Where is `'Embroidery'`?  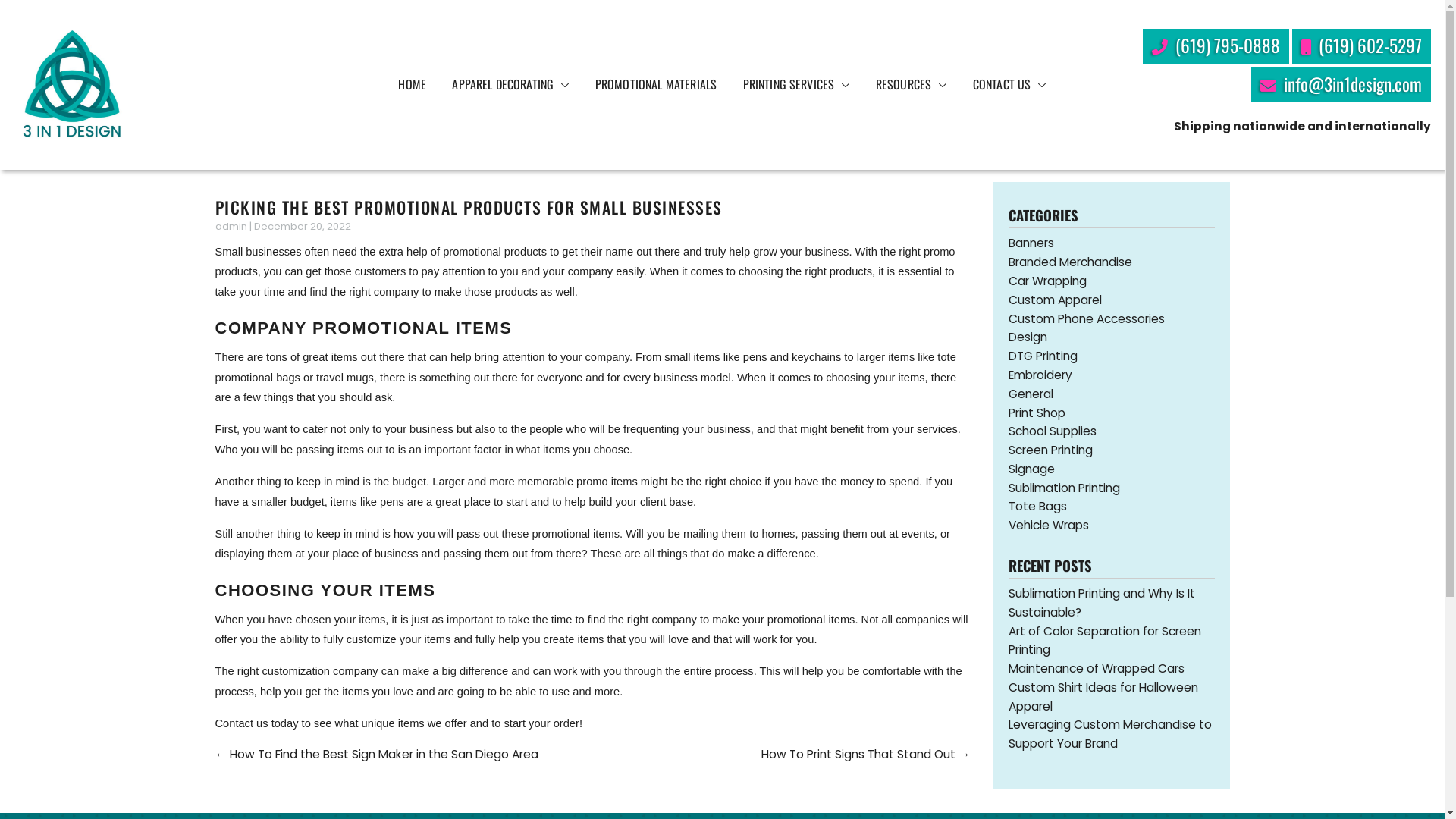 'Embroidery' is located at coordinates (1040, 375).